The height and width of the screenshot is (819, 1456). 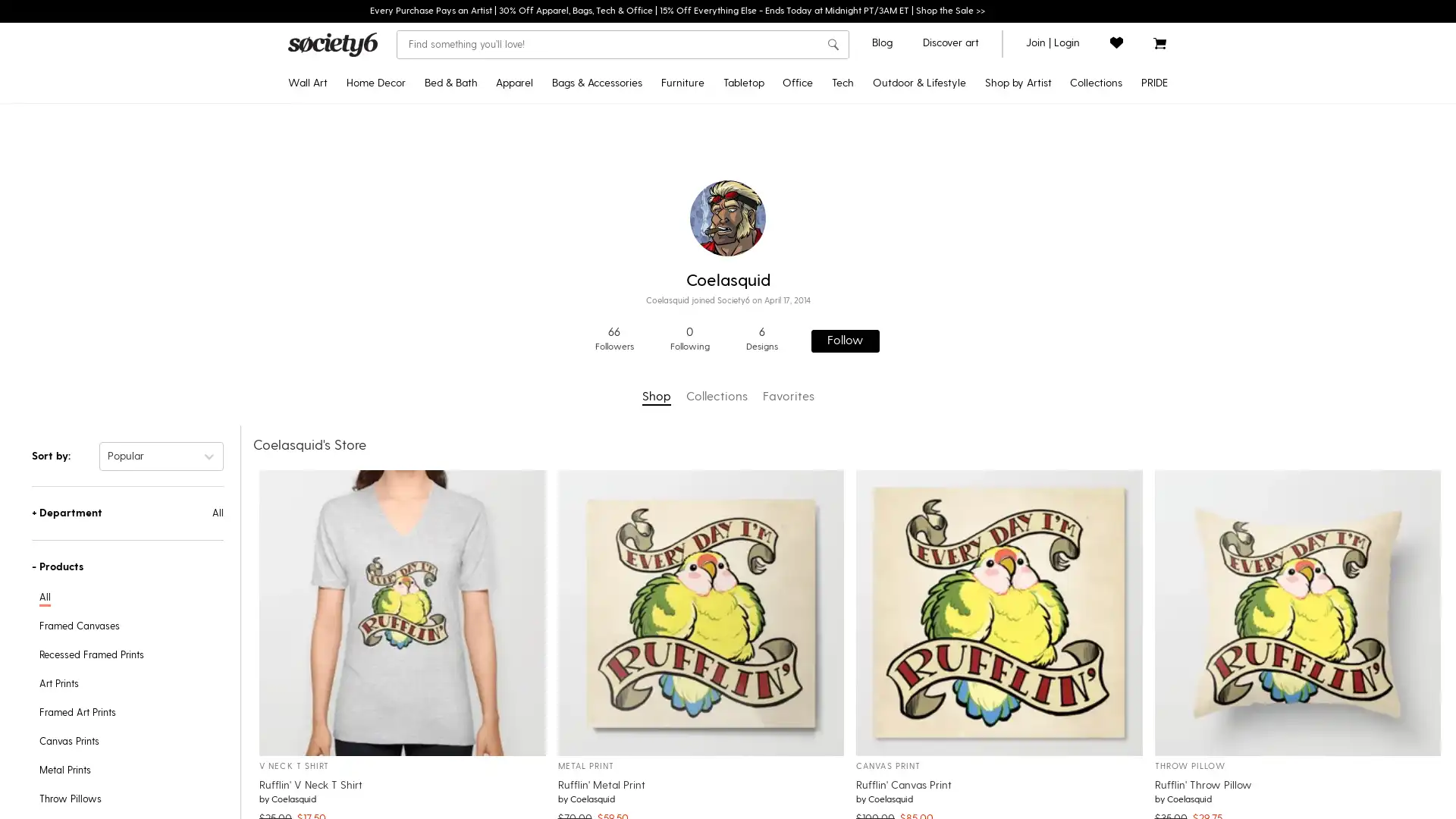 I want to click on Android Cases, so click(x=896, y=146).